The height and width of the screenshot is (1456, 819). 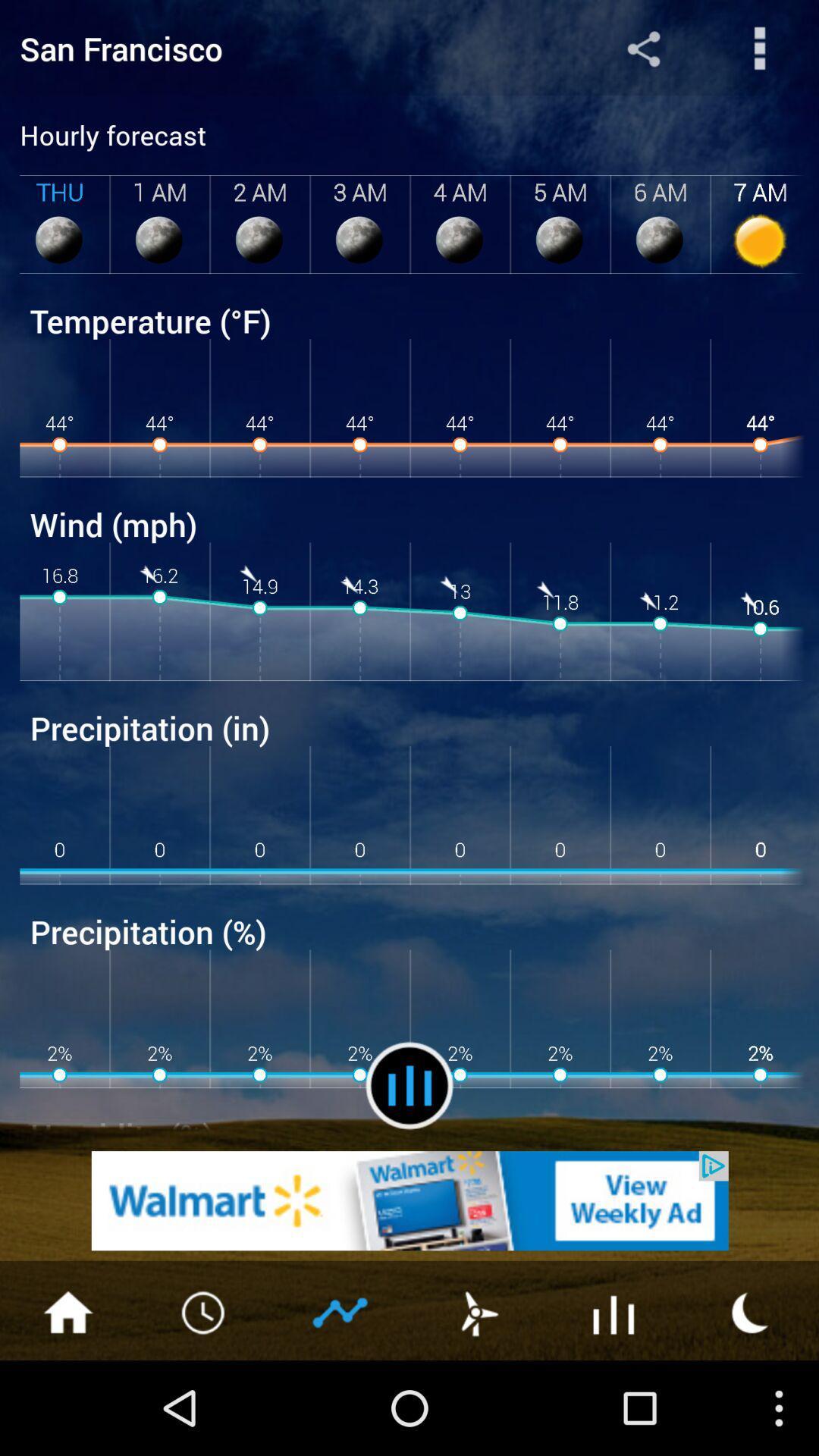 I want to click on advertising partner, so click(x=409, y=1200).